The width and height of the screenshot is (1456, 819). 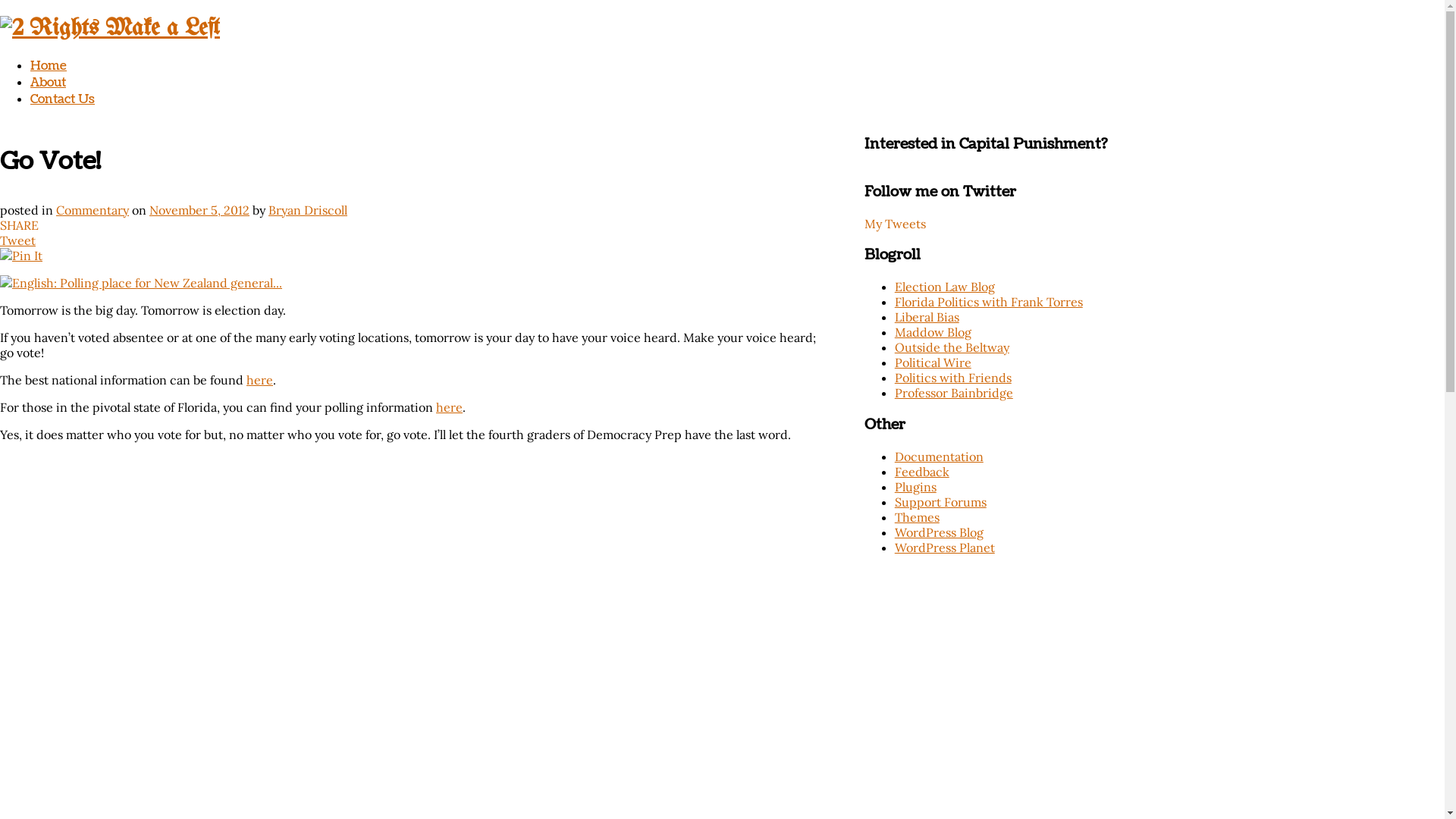 I want to click on 'Bryan Driscoll', so click(x=307, y=210).